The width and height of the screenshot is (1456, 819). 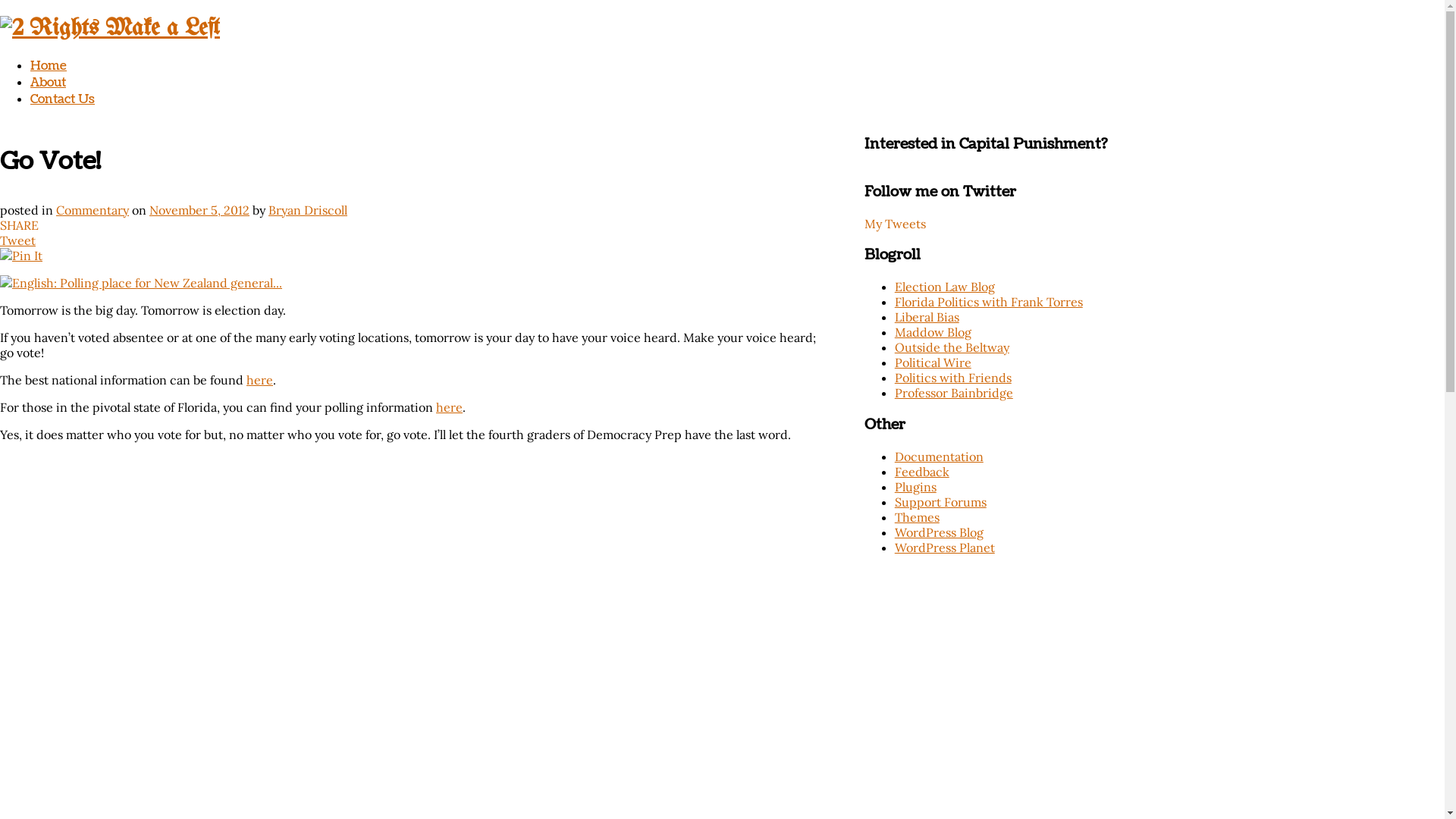 I want to click on 'Bryan Driscoll', so click(x=307, y=210).